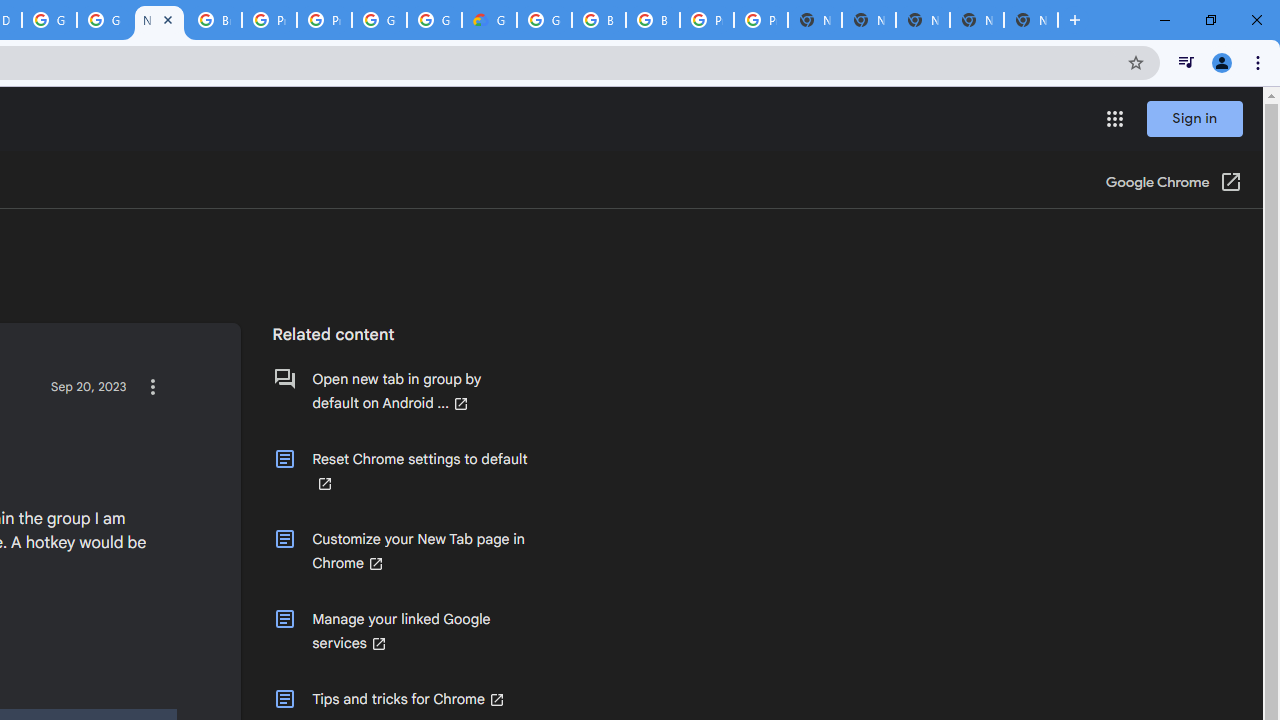  What do you see at coordinates (489, 20) in the screenshot?
I see `'Google Cloud Estimate Summary'` at bounding box center [489, 20].